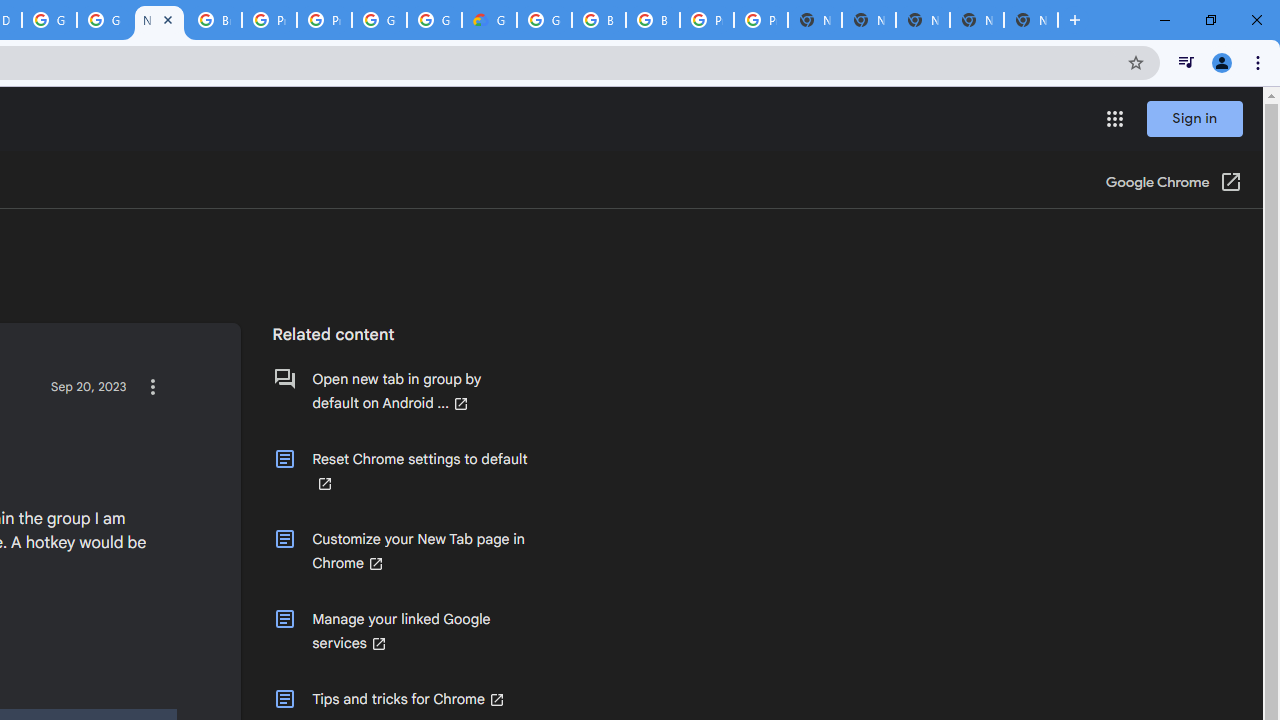  What do you see at coordinates (489, 20) in the screenshot?
I see `'Google Cloud Estimate Summary'` at bounding box center [489, 20].